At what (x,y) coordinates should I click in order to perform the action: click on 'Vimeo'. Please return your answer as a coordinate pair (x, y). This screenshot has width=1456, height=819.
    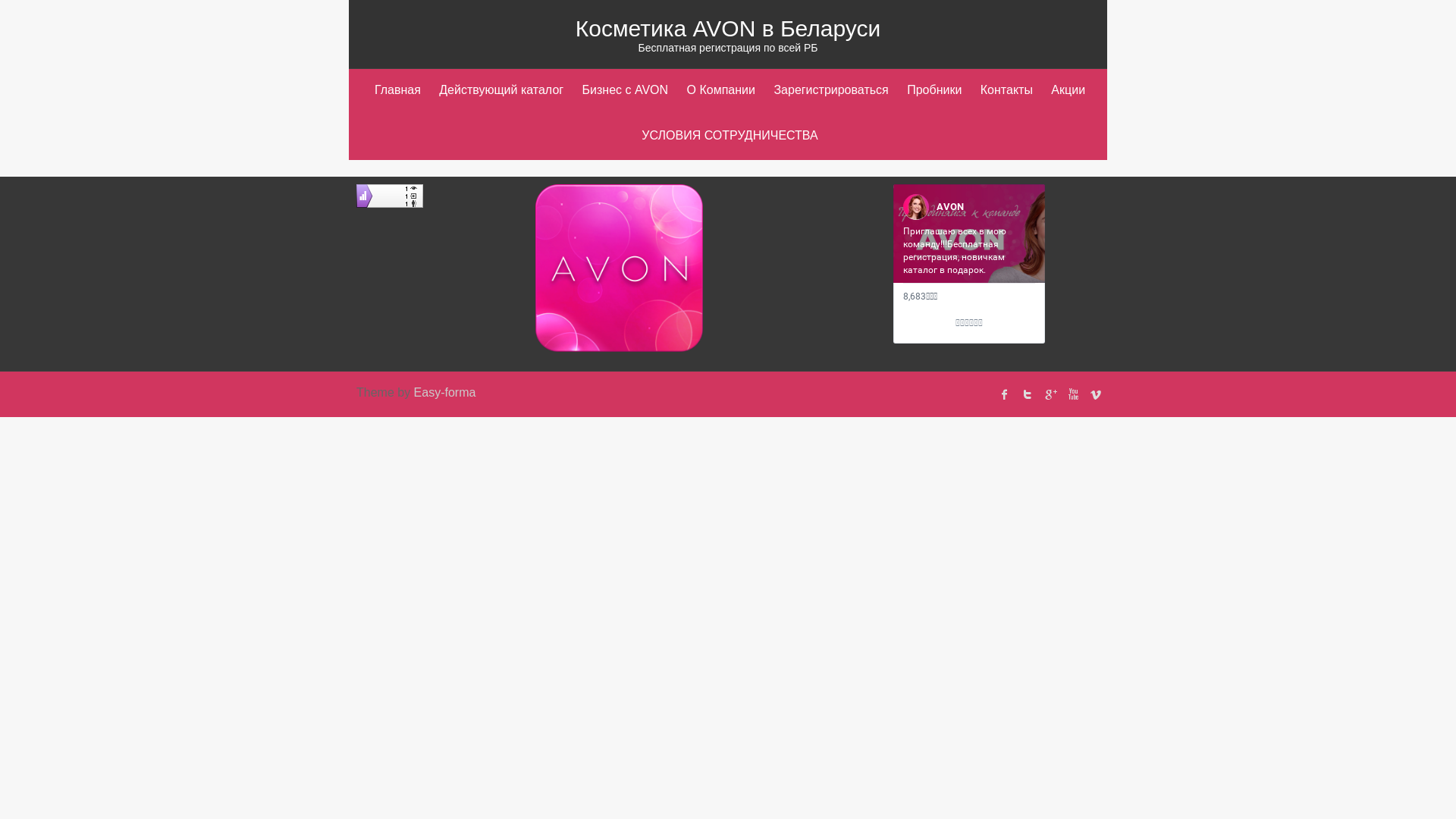
    Looking at the image, I should click on (1095, 394).